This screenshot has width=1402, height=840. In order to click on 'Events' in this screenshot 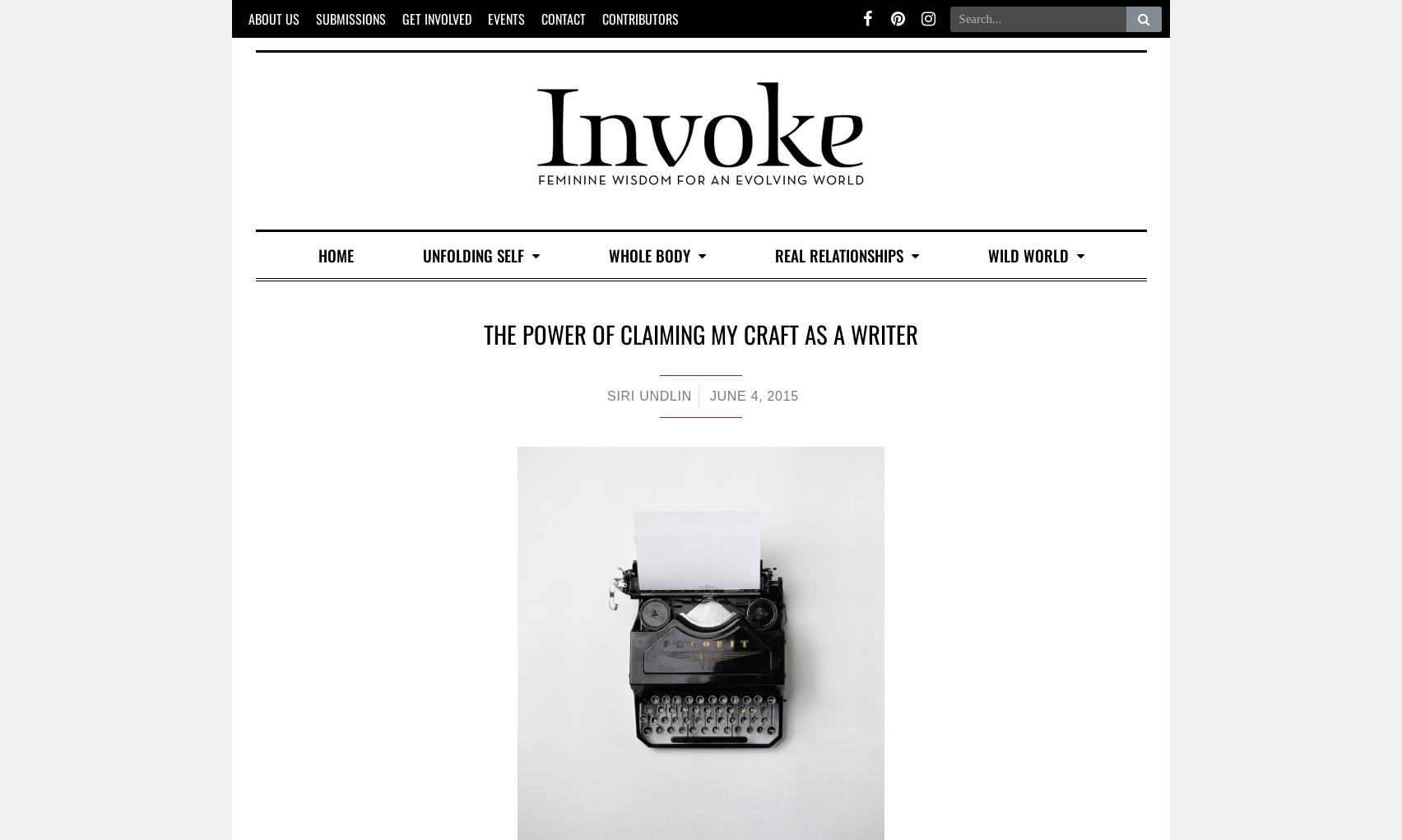, I will do `click(506, 17)`.